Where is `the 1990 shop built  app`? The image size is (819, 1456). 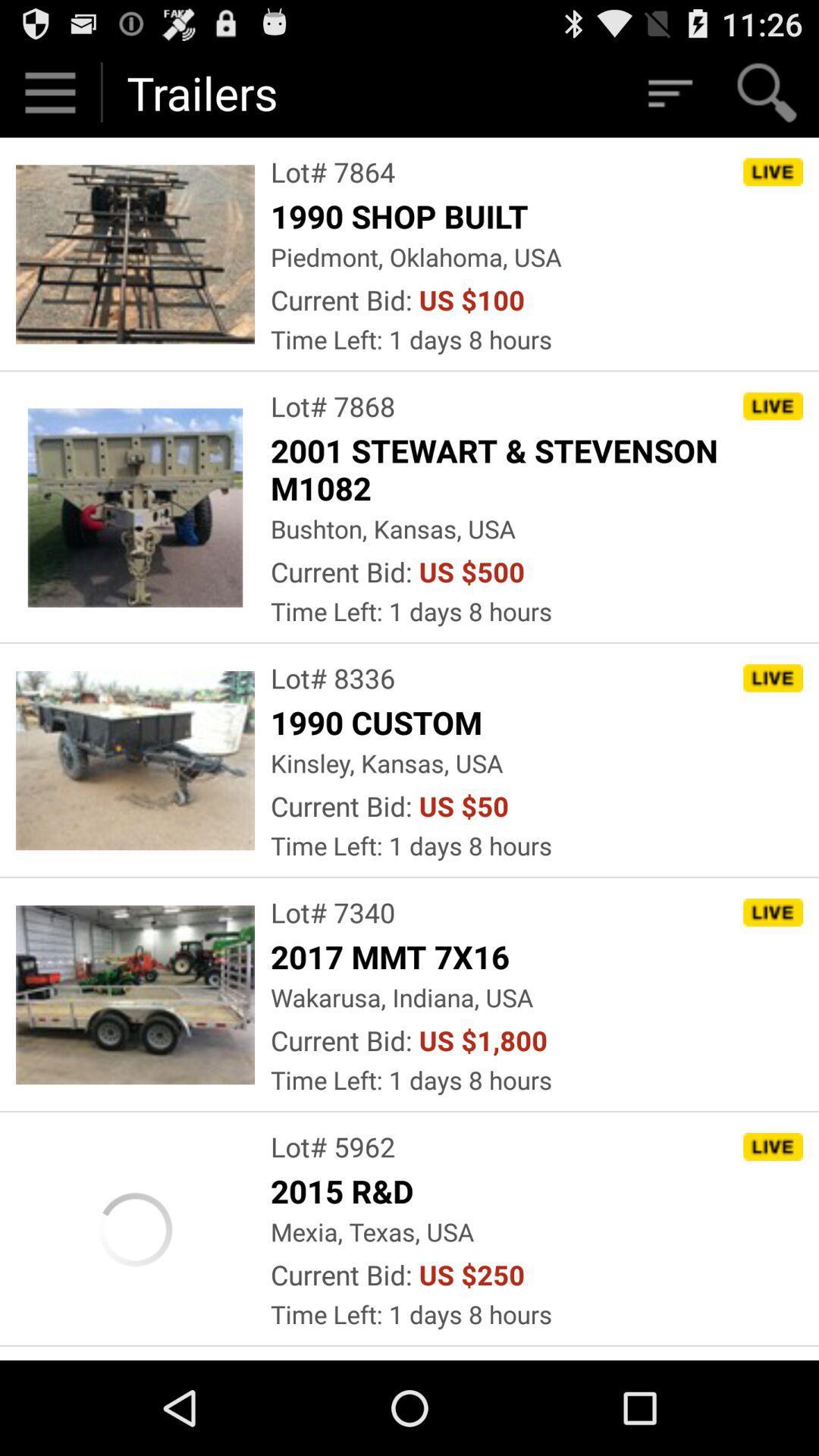 the 1990 shop built  app is located at coordinates (403, 215).